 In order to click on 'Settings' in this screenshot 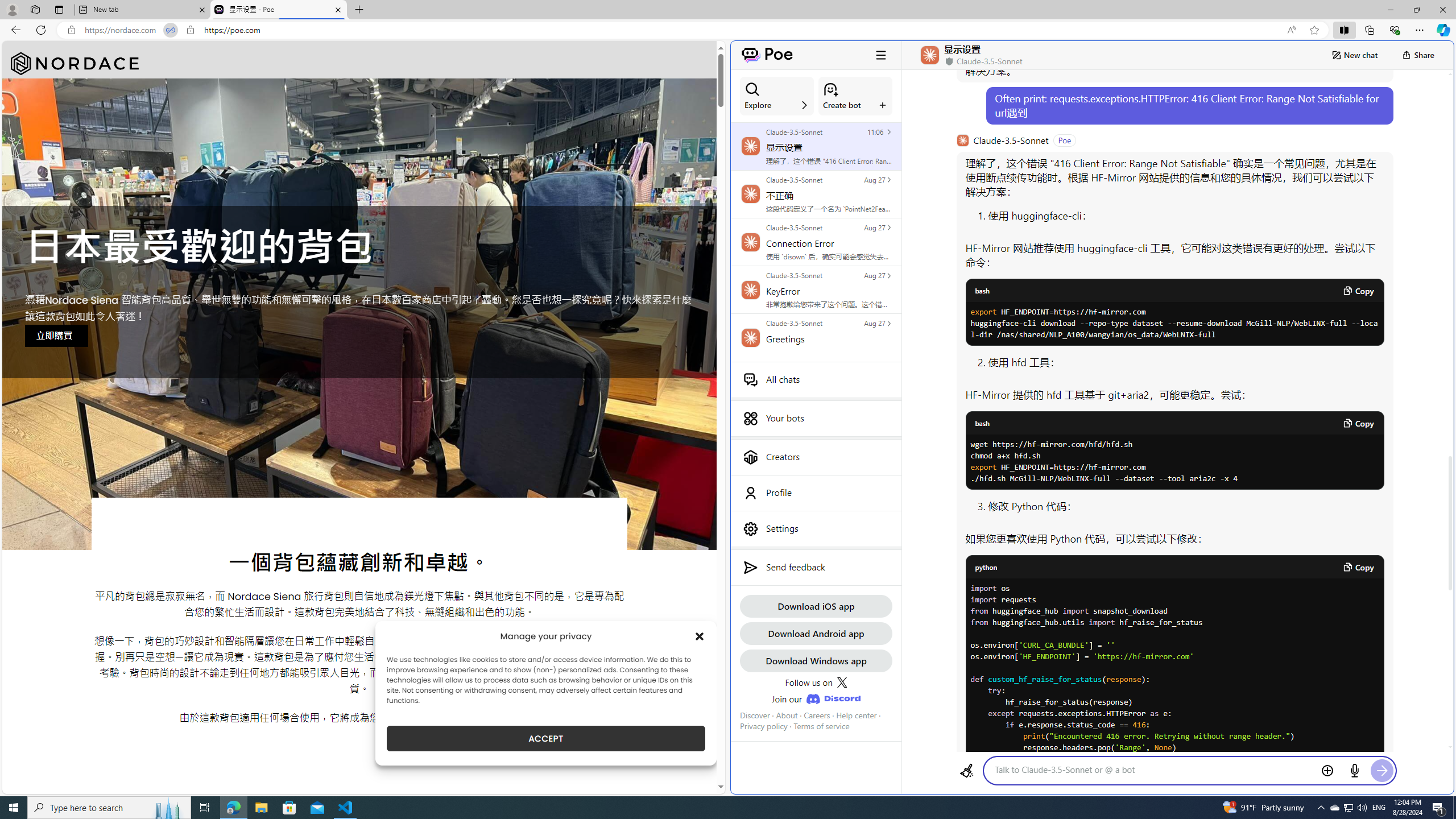, I will do `click(816, 528)`.